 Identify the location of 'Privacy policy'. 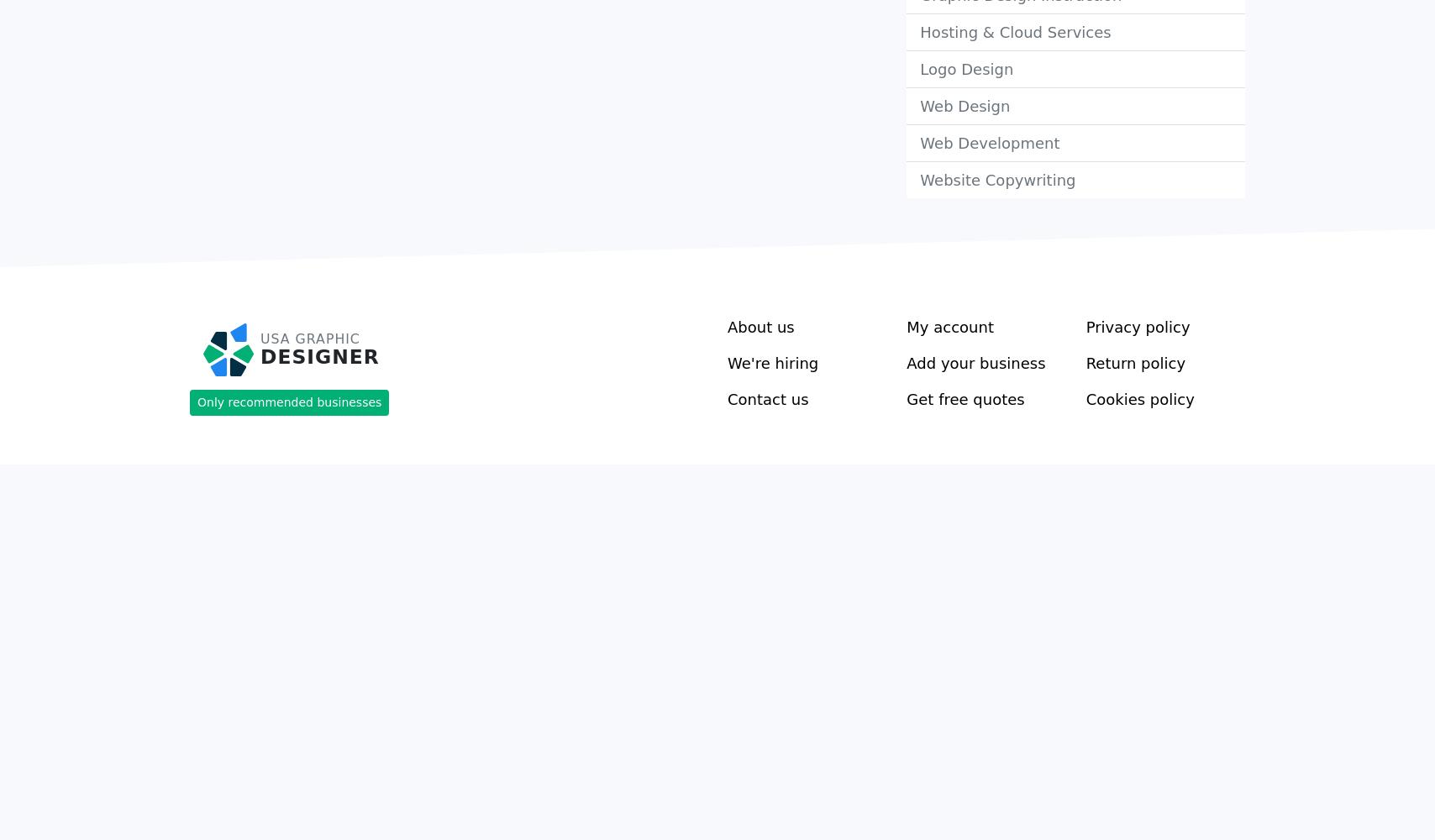
(1137, 326).